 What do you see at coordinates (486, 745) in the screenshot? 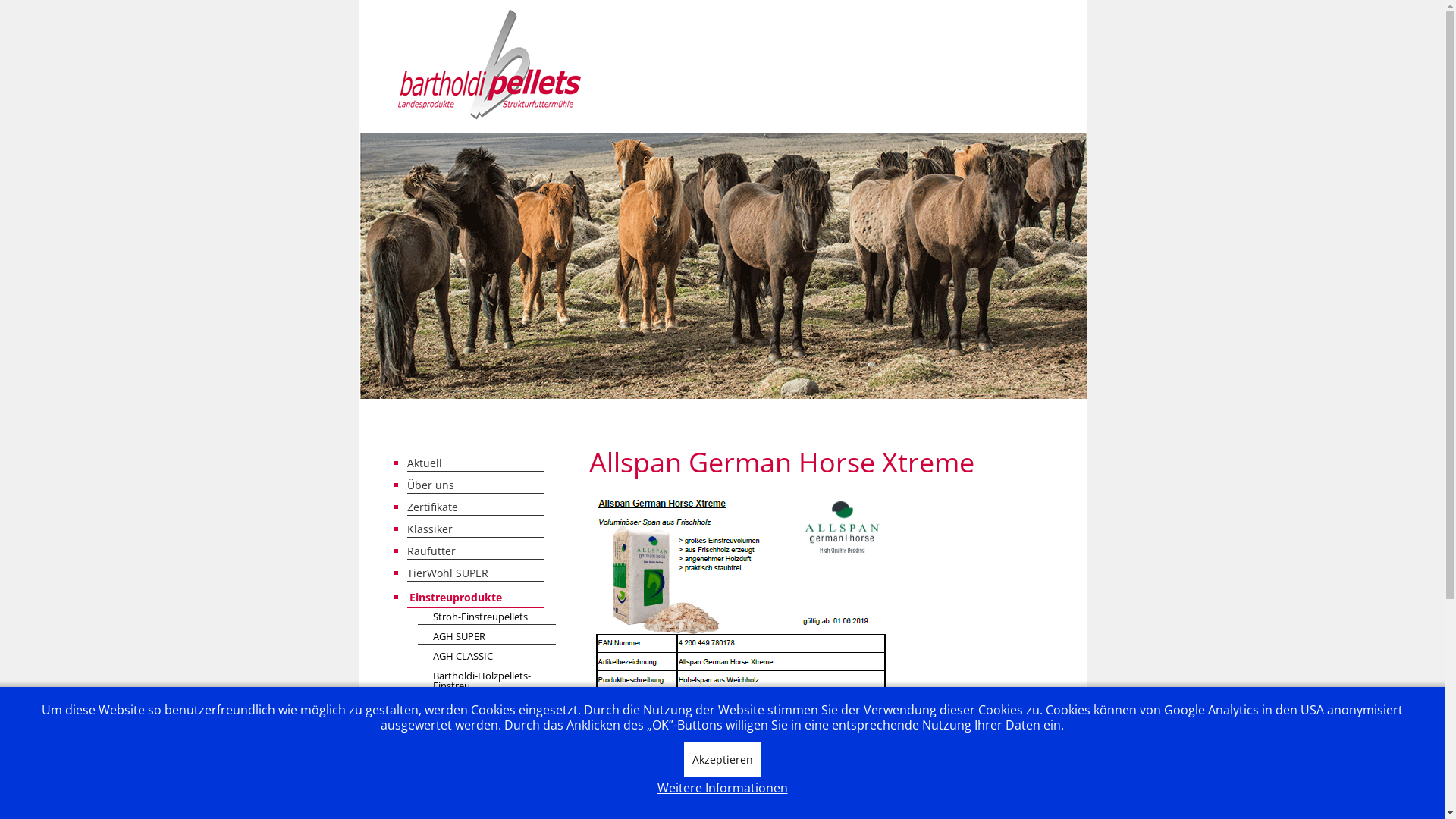
I see `'AGH Mix'` at bounding box center [486, 745].